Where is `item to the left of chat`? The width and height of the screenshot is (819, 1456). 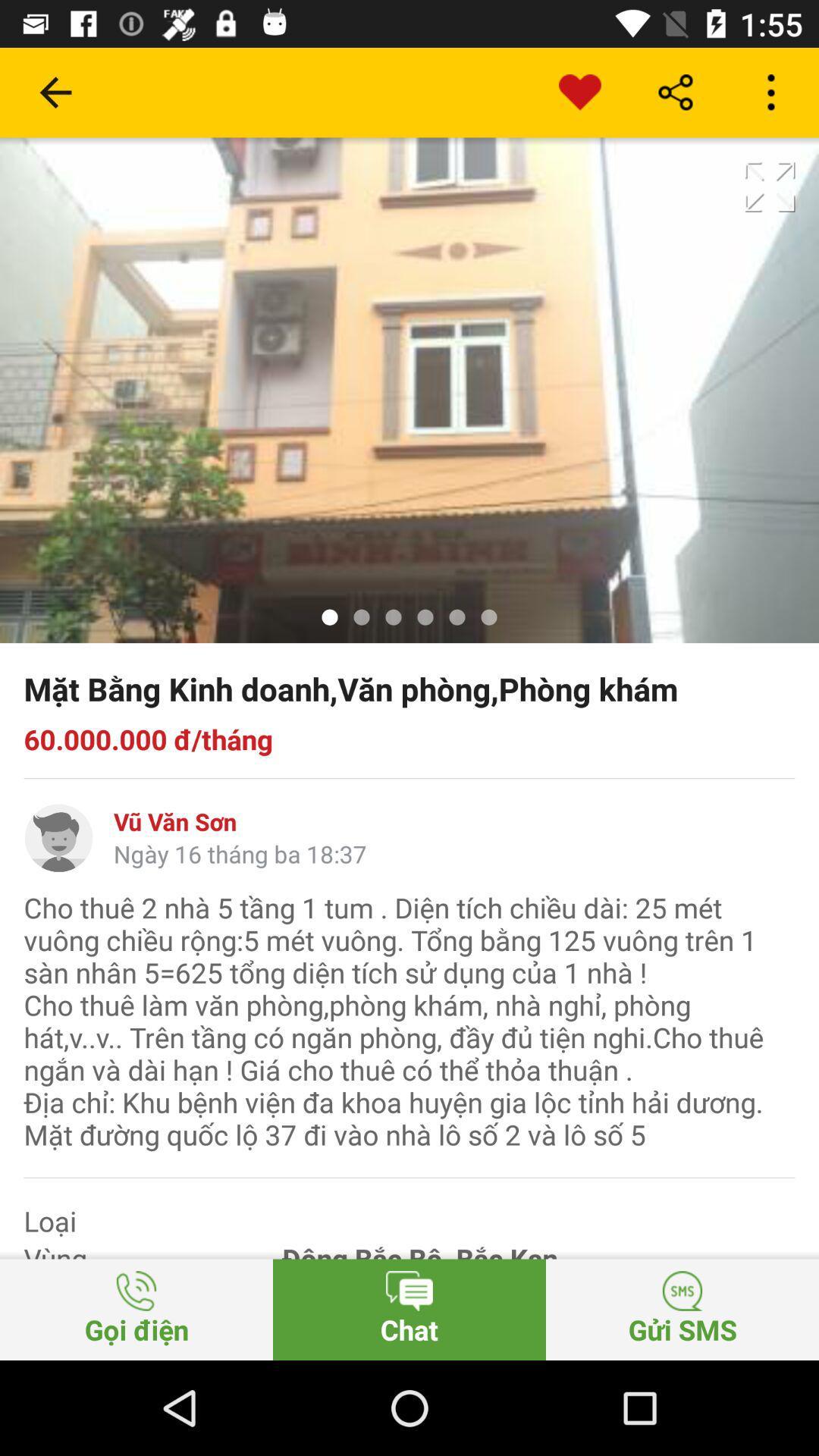 item to the left of chat is located at coordinates (136, 1309).